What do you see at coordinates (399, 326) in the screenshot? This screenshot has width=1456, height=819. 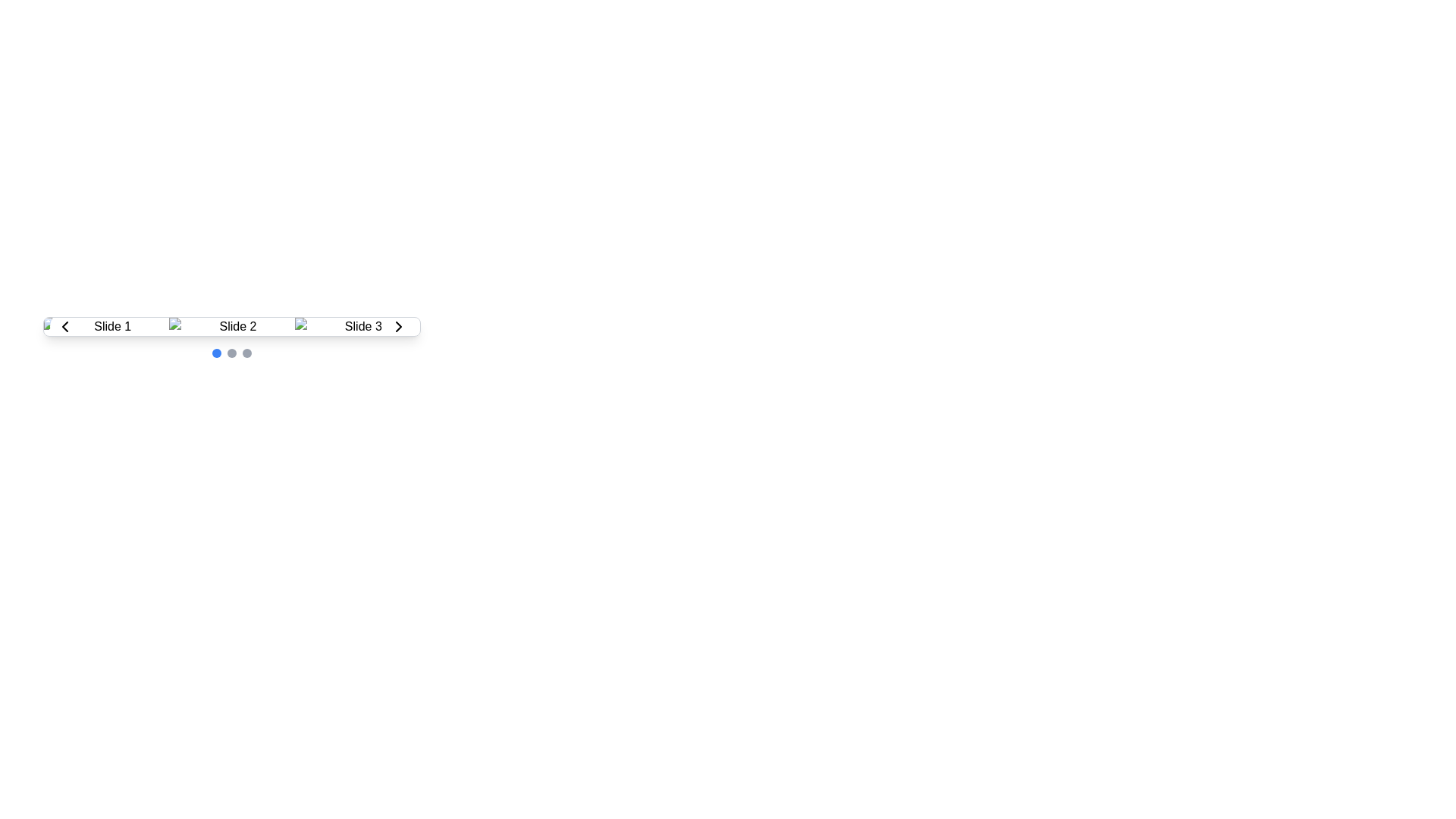 I see `the right navigation button of the carousel` at bounding box center [399, 326].